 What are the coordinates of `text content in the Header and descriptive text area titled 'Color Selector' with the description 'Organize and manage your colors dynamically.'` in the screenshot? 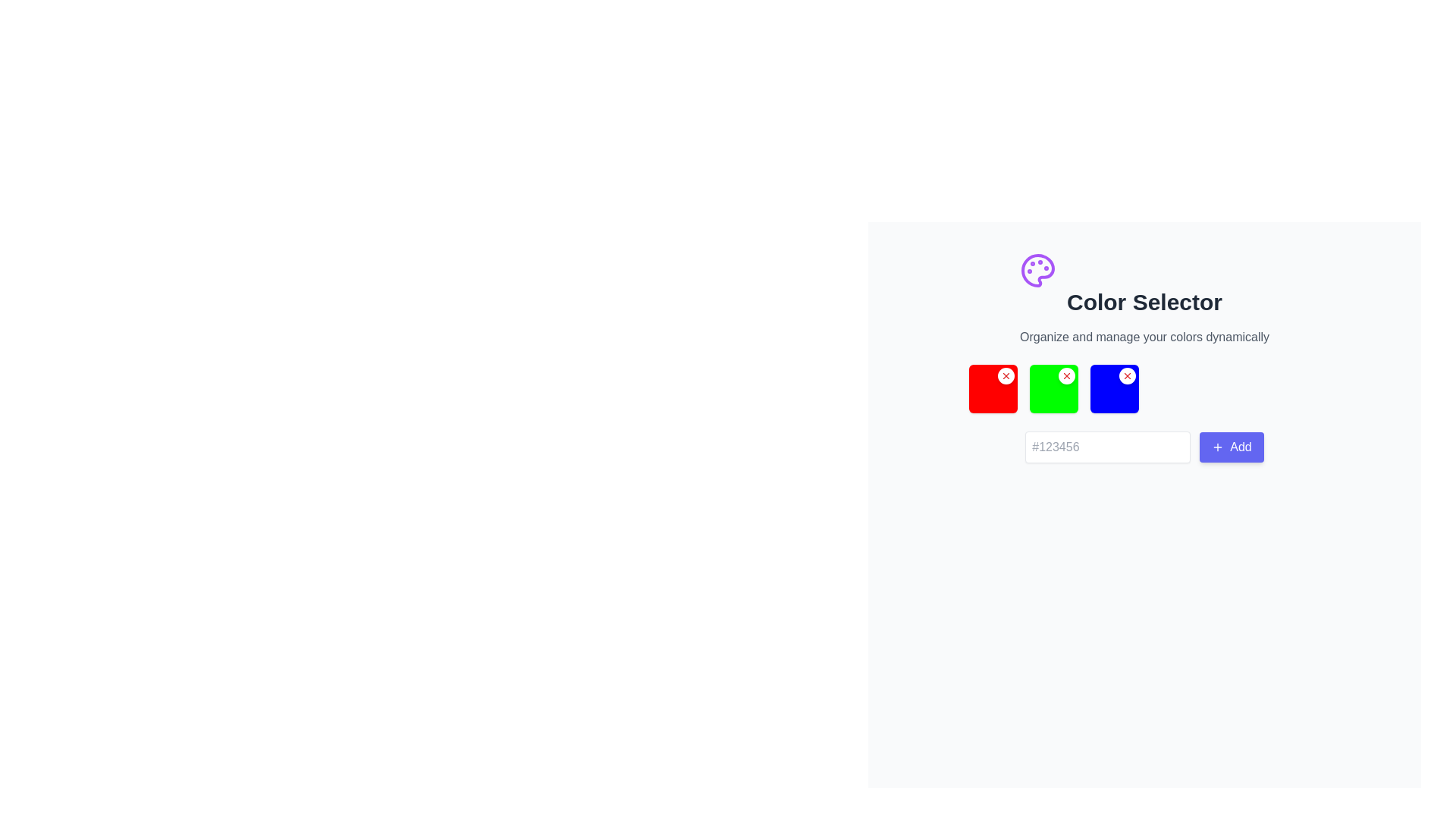 It's located at (1144, 299).